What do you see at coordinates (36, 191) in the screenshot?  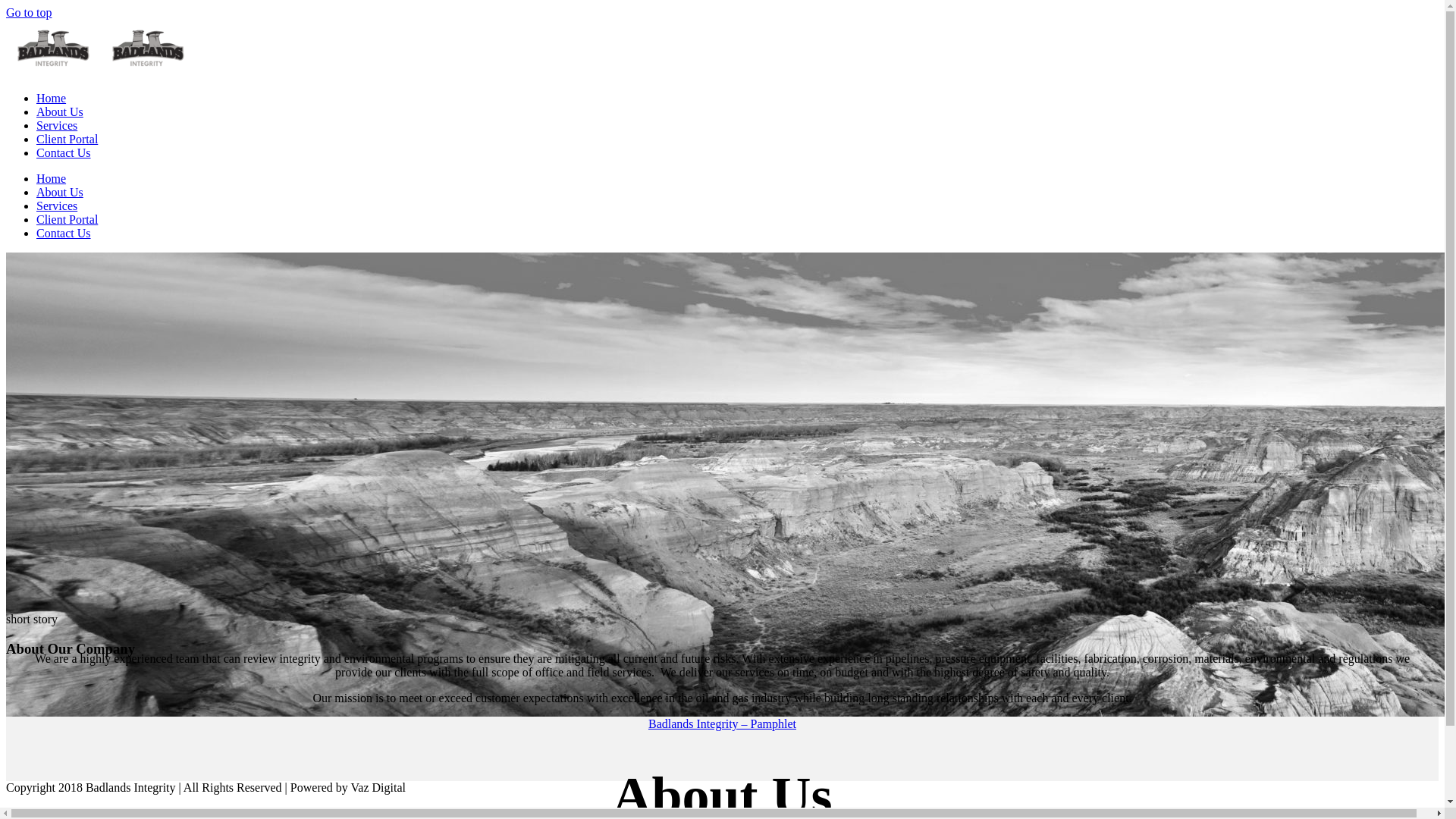 I see `'About Us'` at bounding box center [36, 191].